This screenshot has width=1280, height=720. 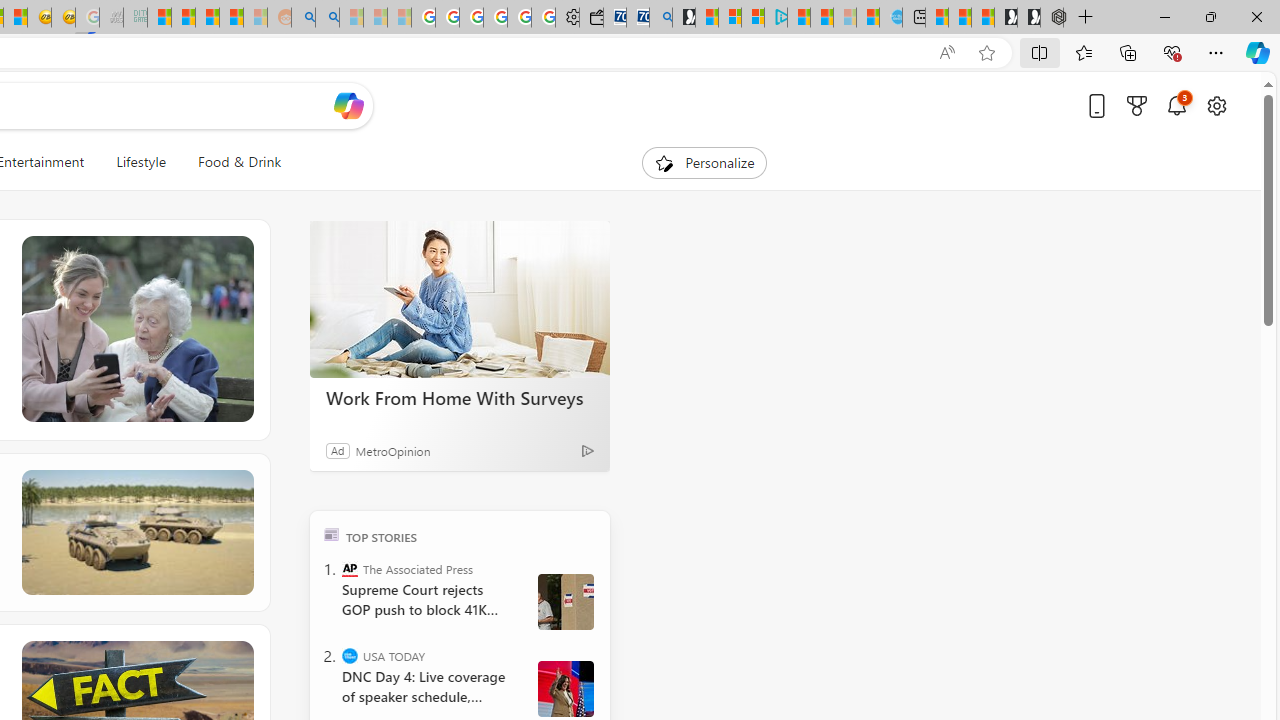 What do you see at coordinates (327, 17) in the screenshot?
I see `'Utah sues federal government - Search'` at bounding box center [327, 17].